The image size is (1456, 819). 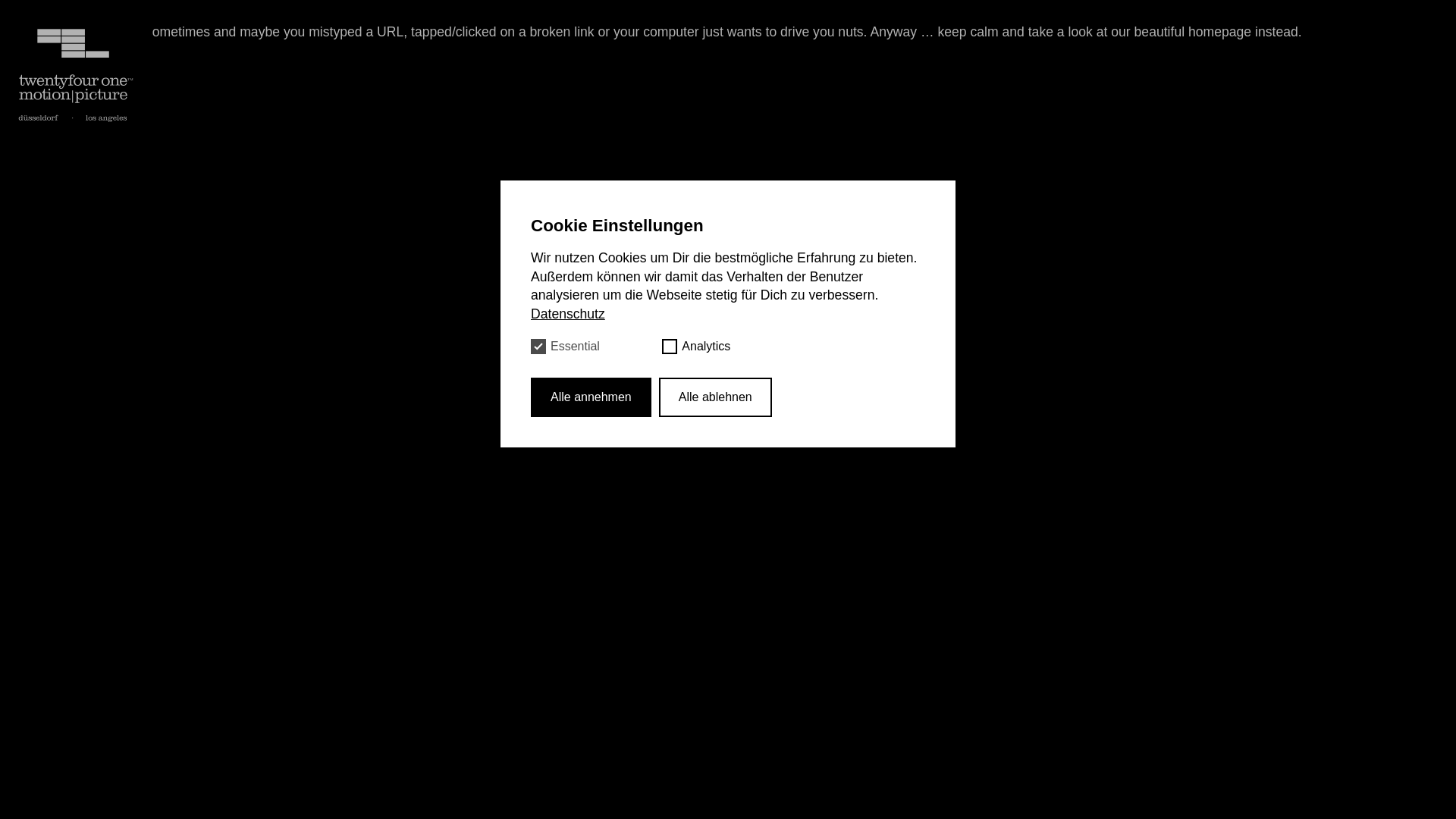 I want to click on 'Alle annehmen', so click(x=590, y=396).